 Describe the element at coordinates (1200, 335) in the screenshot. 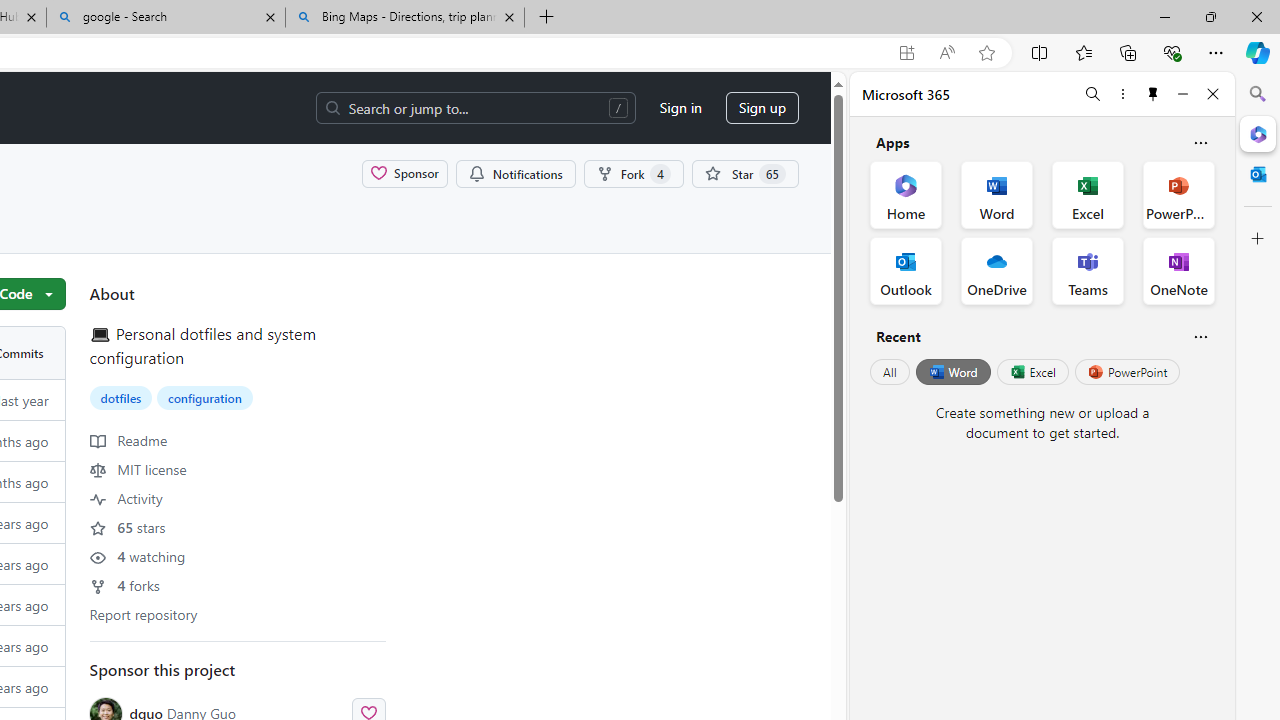

I see `'Is this helpful?'` at that location.